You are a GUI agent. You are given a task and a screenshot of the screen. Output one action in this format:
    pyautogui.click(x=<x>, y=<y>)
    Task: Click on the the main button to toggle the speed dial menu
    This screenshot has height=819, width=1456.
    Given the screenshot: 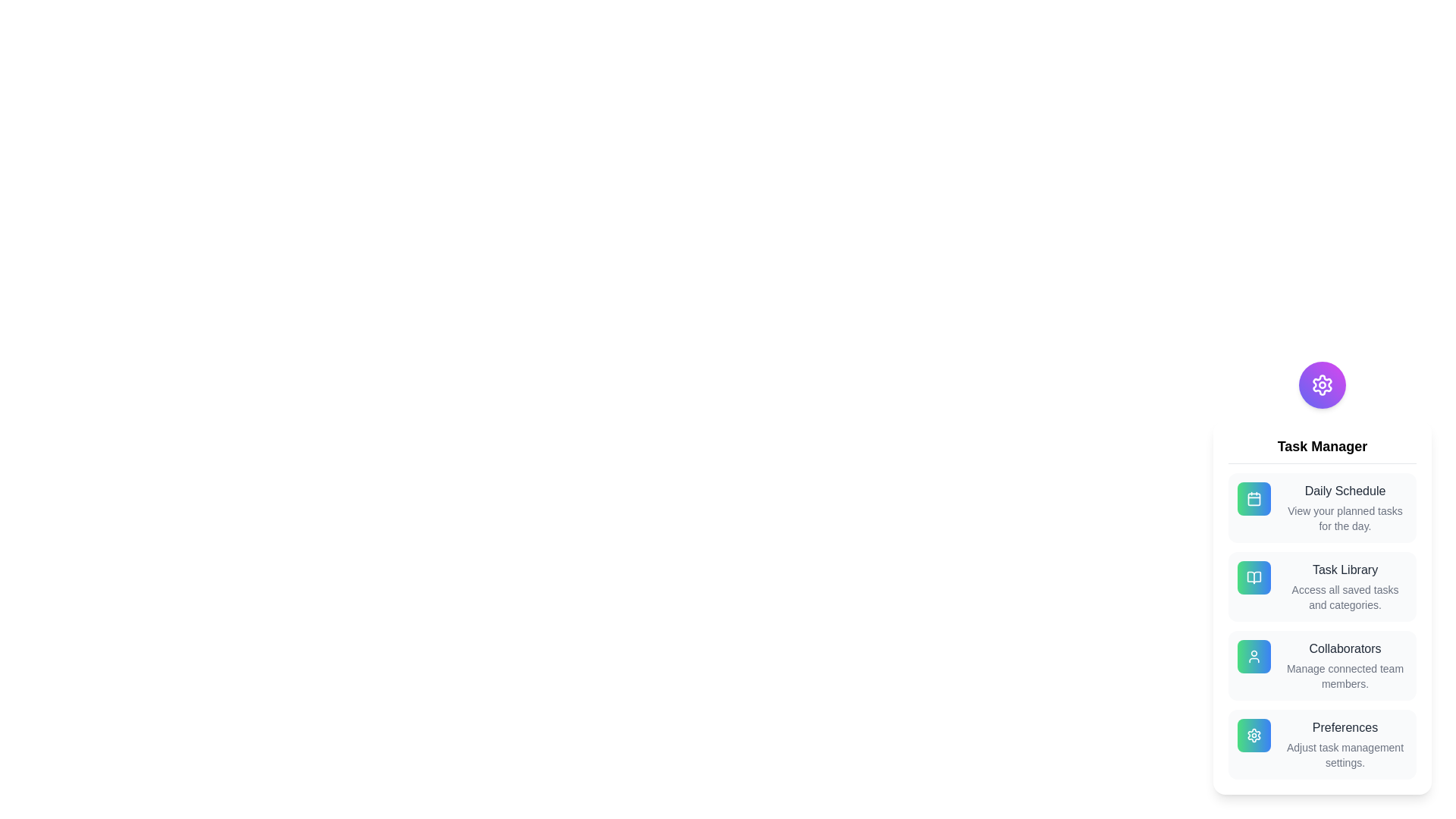 What is the action you would take?
    pyautogui.click(x=1321, y=384)
    